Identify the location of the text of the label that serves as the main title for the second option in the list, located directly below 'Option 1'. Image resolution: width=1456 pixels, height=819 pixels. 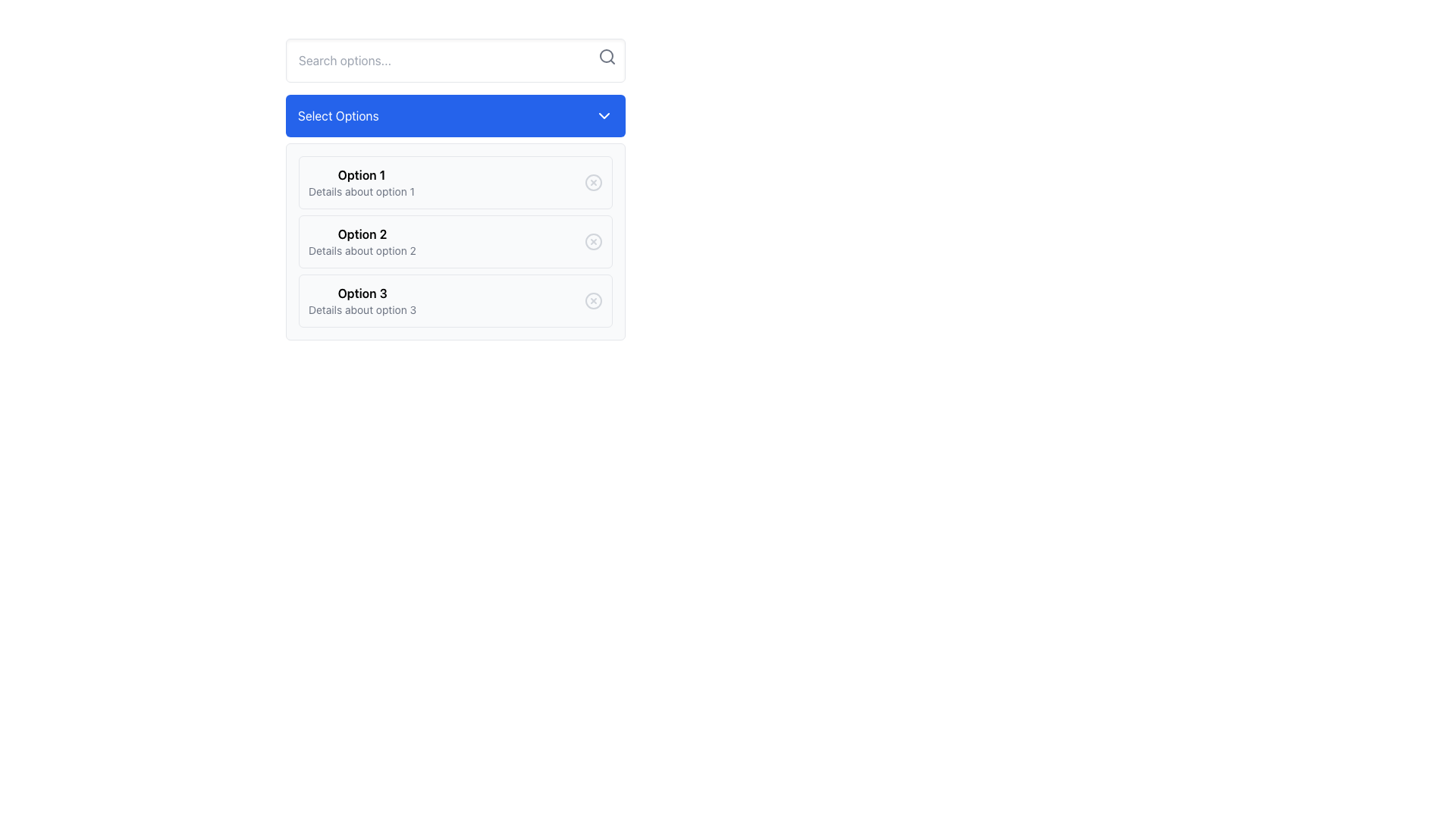
(361, 234).